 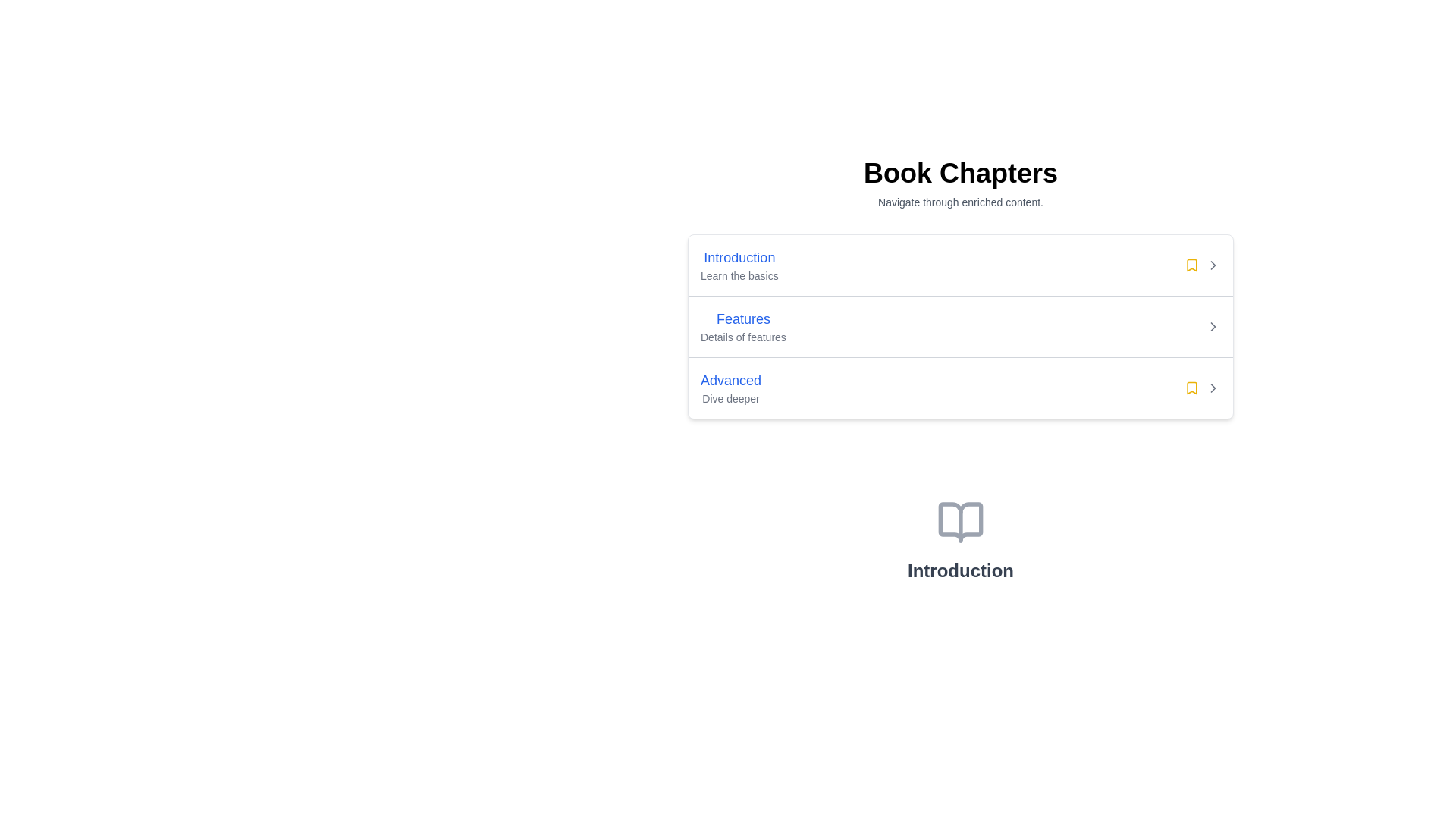 What do you see at coordinates (960, 201) in the screenshot?
I see `the text label that provides additional context about the 'Book Chapters' section, located immediately below the 'Book Chapters' header` at bounding box center [960, 201].